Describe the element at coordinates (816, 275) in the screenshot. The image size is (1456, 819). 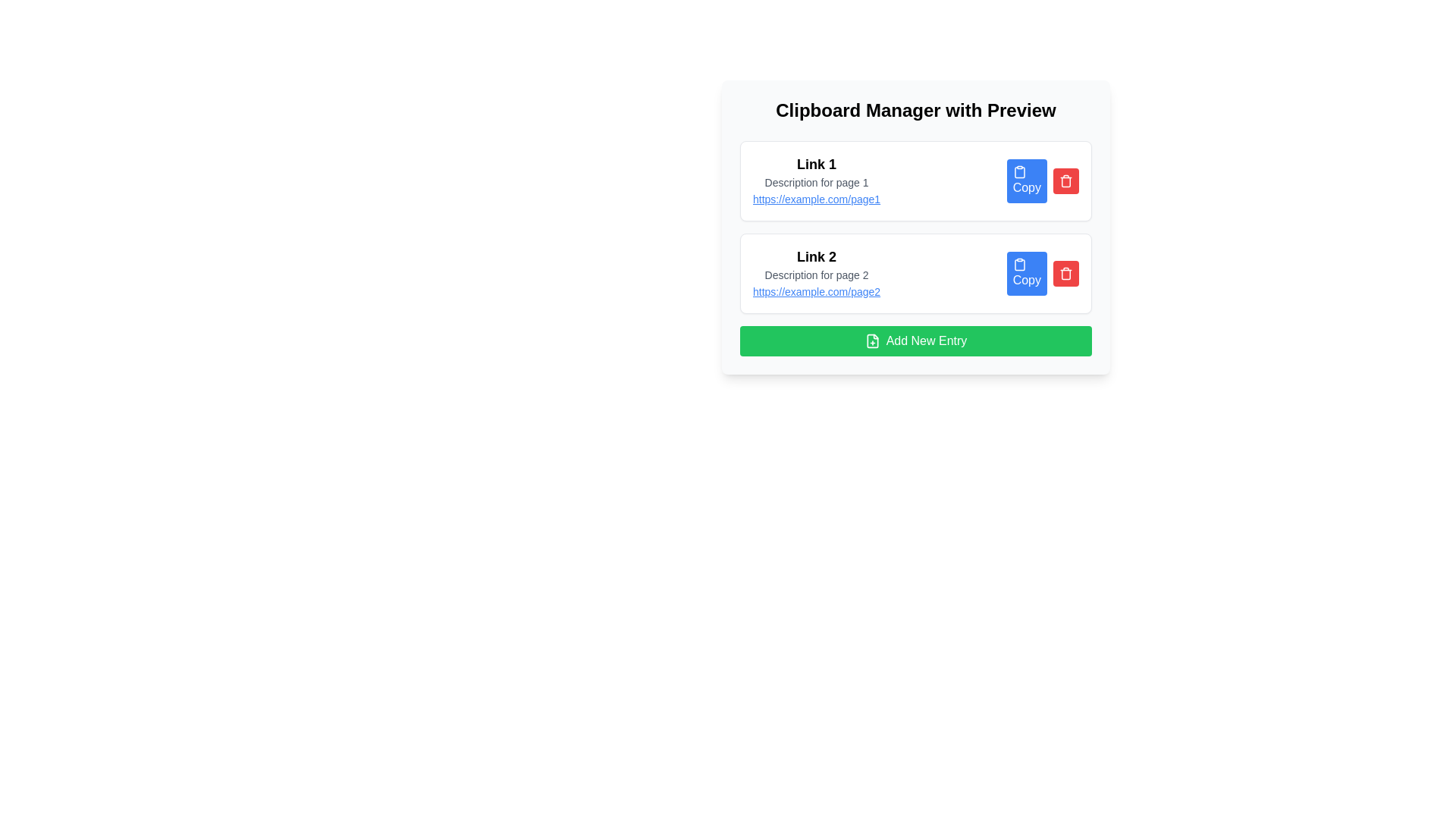
I see `the text element styled in a smaller, gray font that contains 'Description for page 2', located underneath the 'Link 2' heading and above the 'https://example.com/page2' URL` at that location.